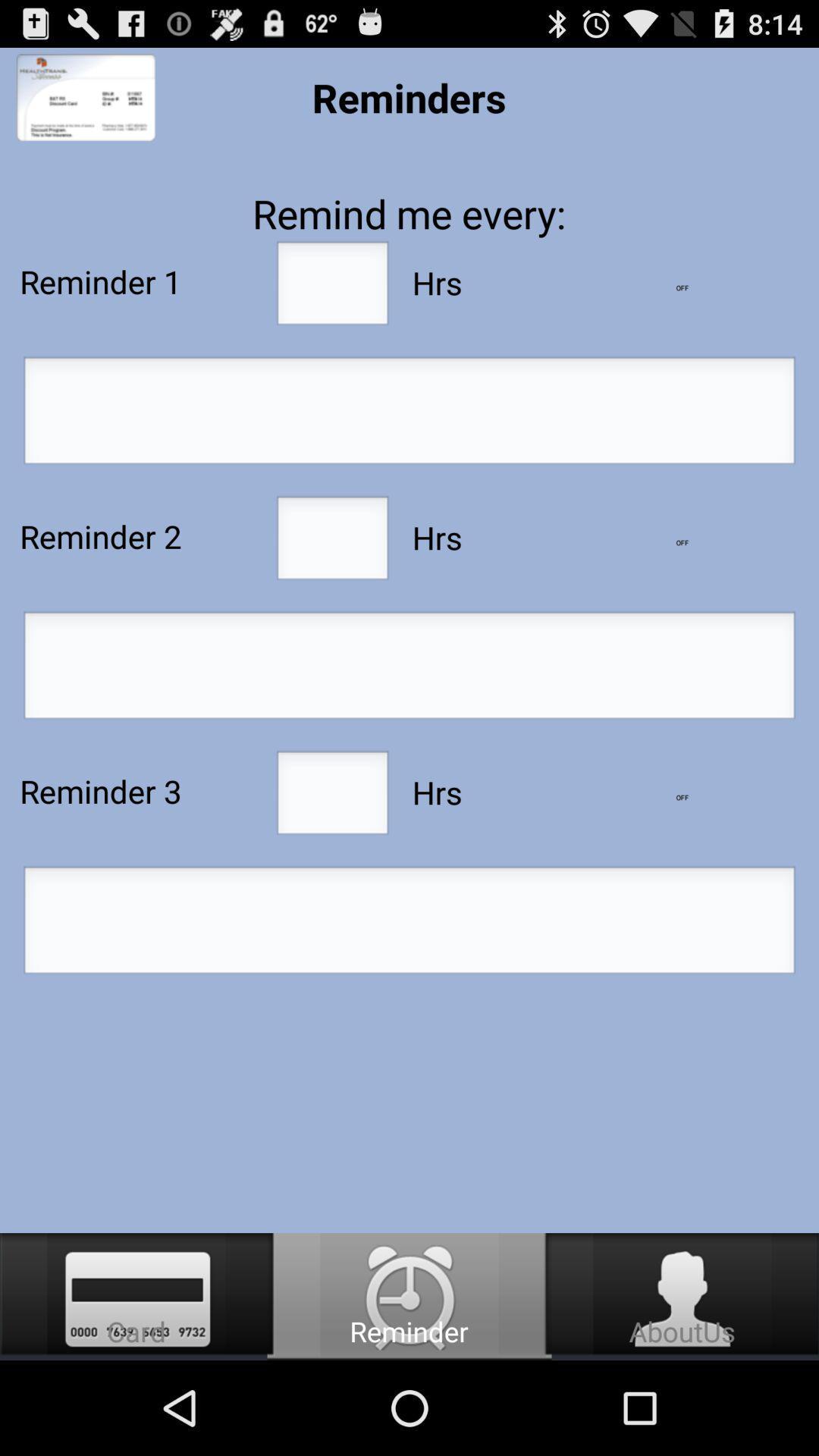 This screenshot has height=1456, width=819. I want to click on reminder, so click(409, 415).